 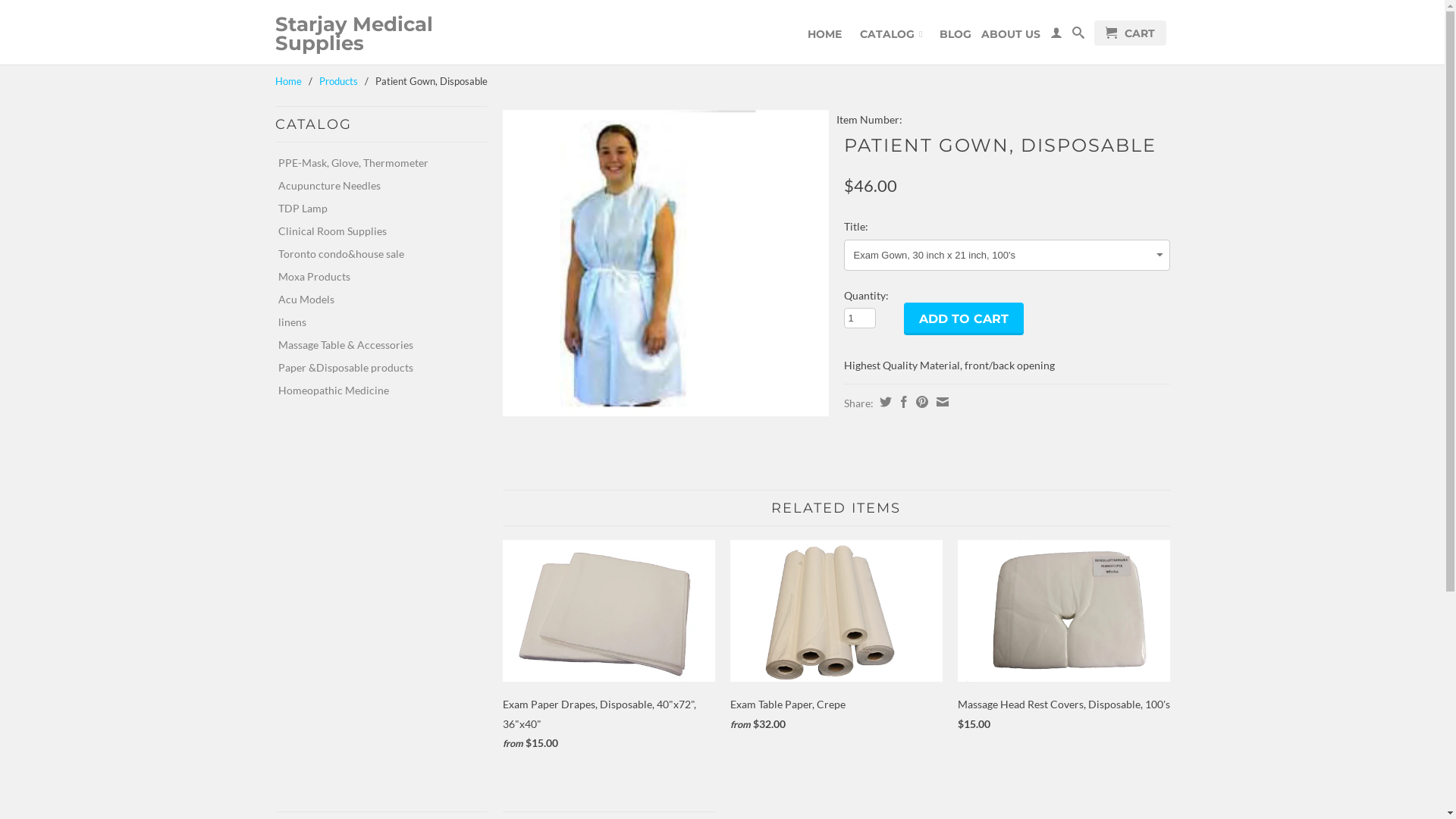 What do you see at coordinates (375, 231) in the screenshot?
I see `'Clinical Room Supplies'` at bounding box center [375, 231].